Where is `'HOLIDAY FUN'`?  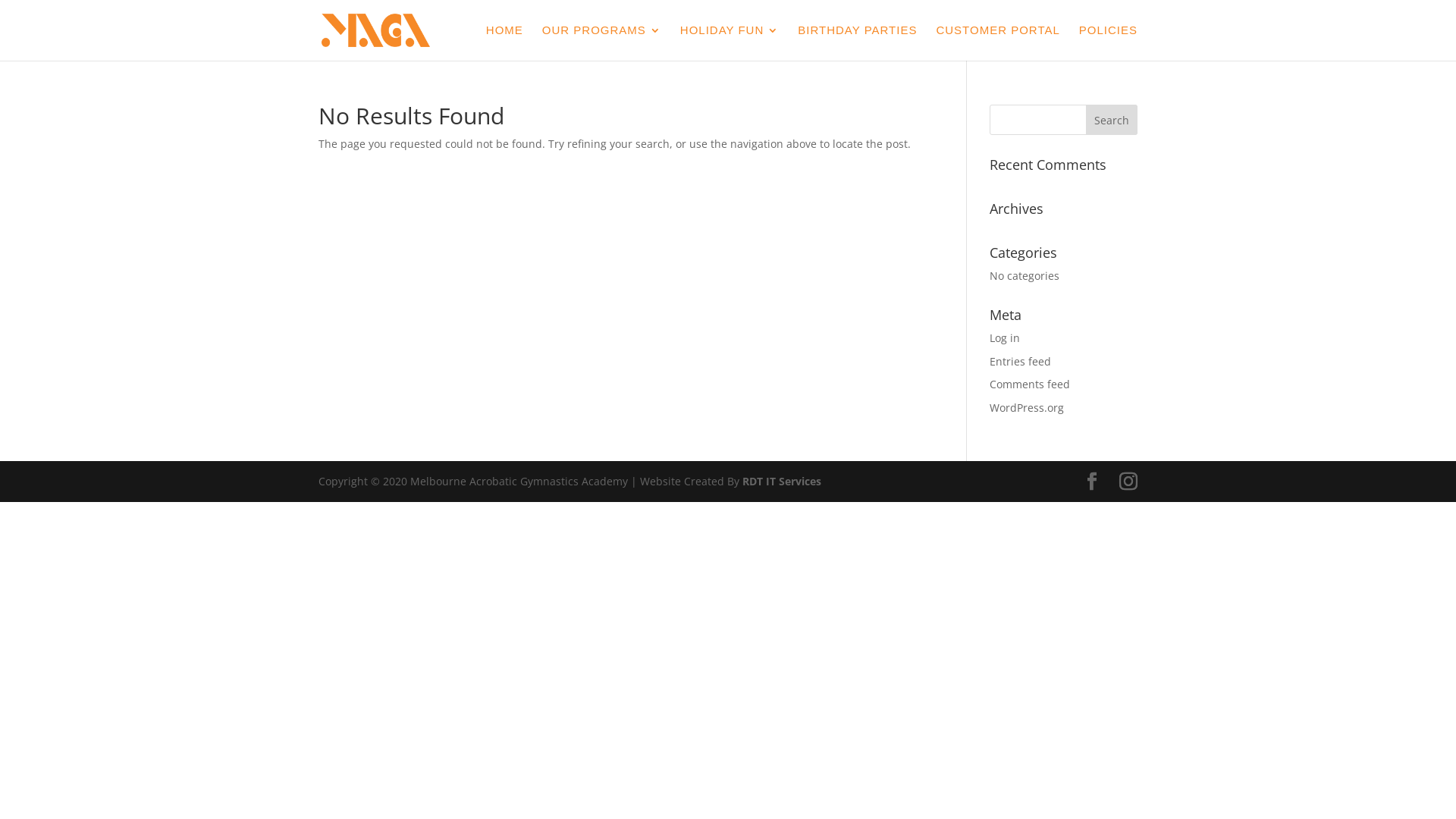
'HOLIDAY FUN' is located at coordinates (729, 42).